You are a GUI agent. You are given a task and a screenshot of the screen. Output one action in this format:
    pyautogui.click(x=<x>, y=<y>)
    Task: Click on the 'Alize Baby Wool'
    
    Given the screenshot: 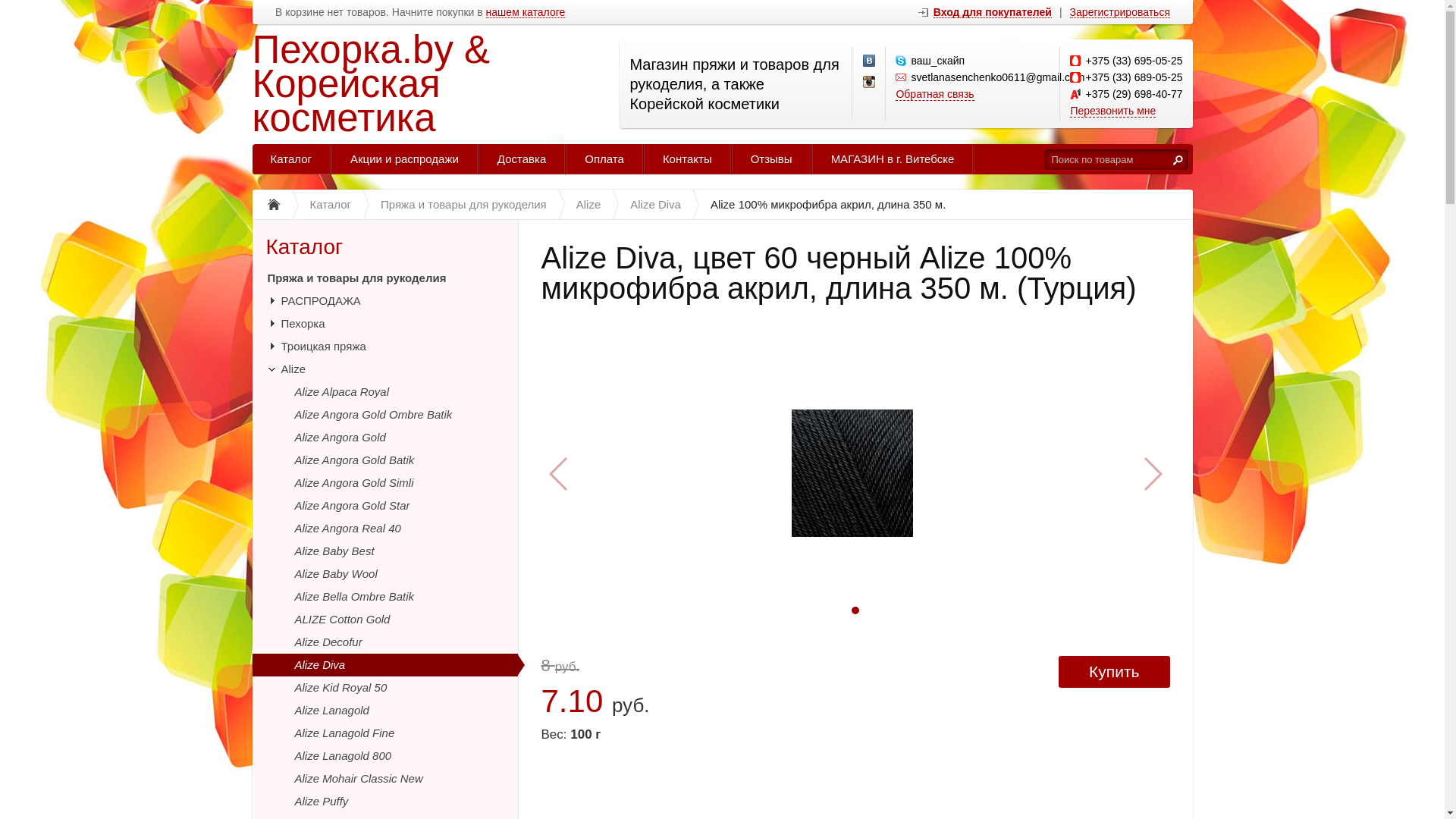 What is the action you would take?
    pyautogui.click(x=384, y=573)
    